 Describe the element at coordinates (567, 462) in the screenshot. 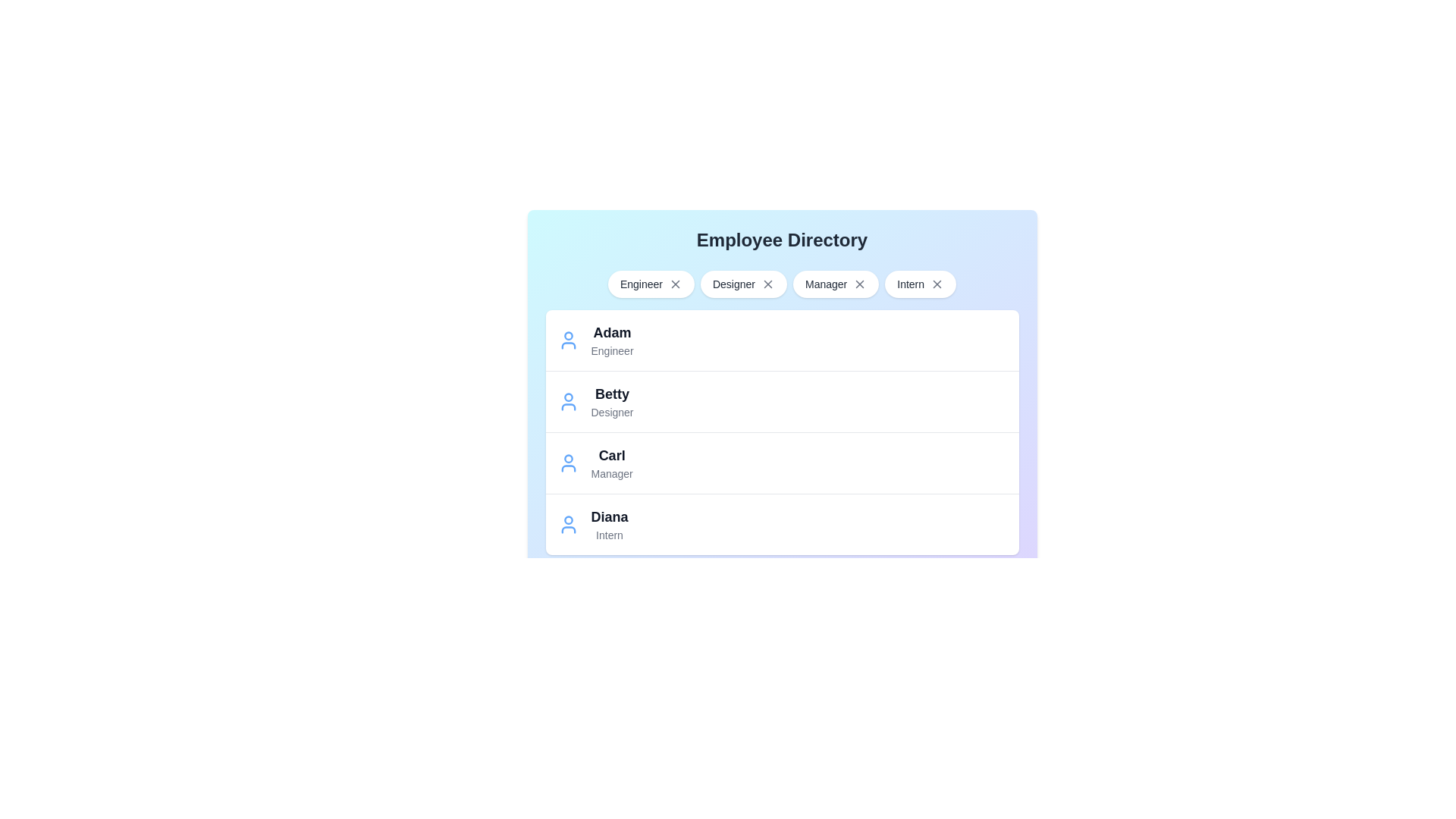

I see `the entry of the employee named Carl to view their details` at that location.